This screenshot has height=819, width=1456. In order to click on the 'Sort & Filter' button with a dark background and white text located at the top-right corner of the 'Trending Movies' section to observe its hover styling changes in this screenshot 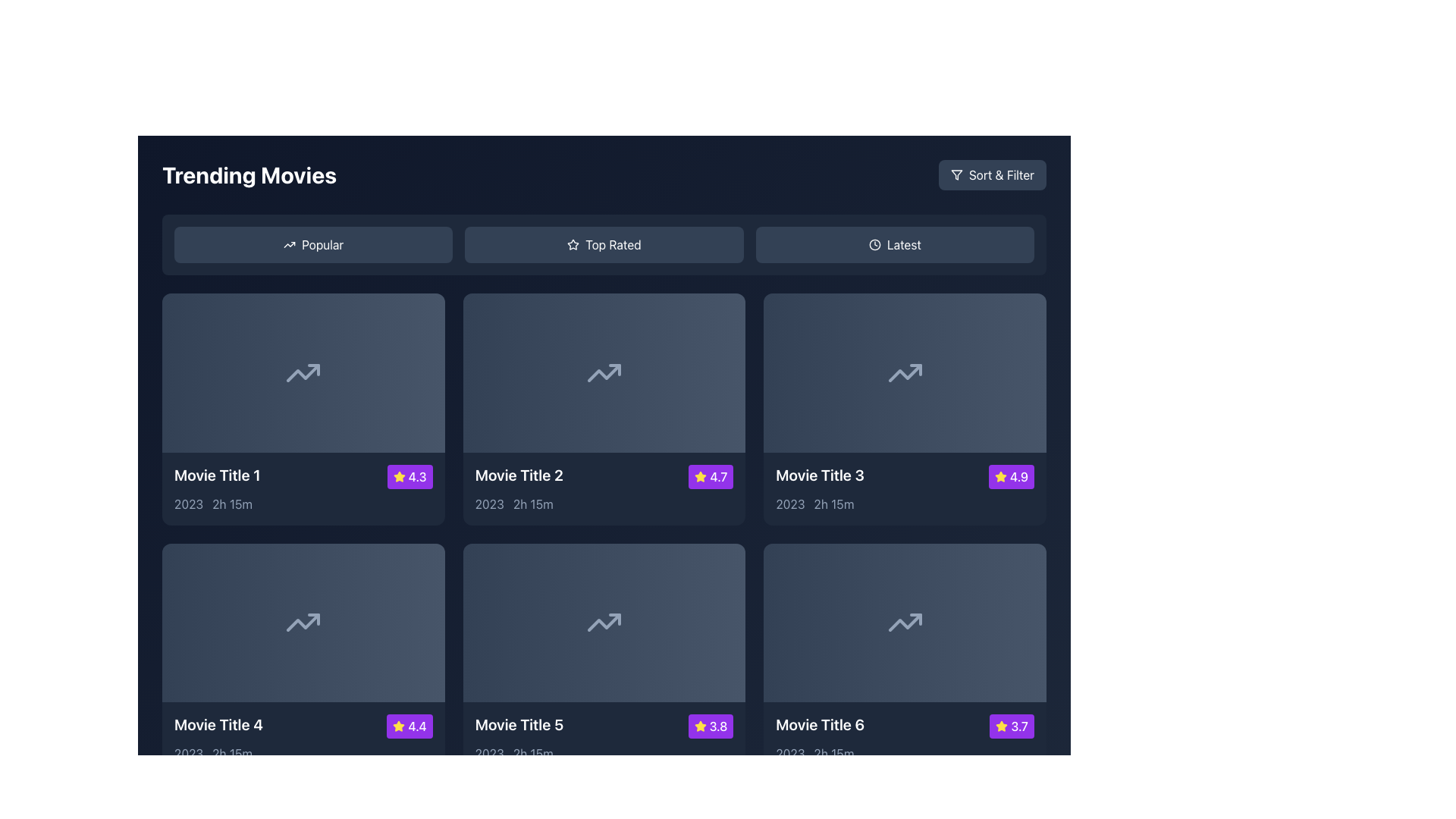, I will do `click(992, 174)`.